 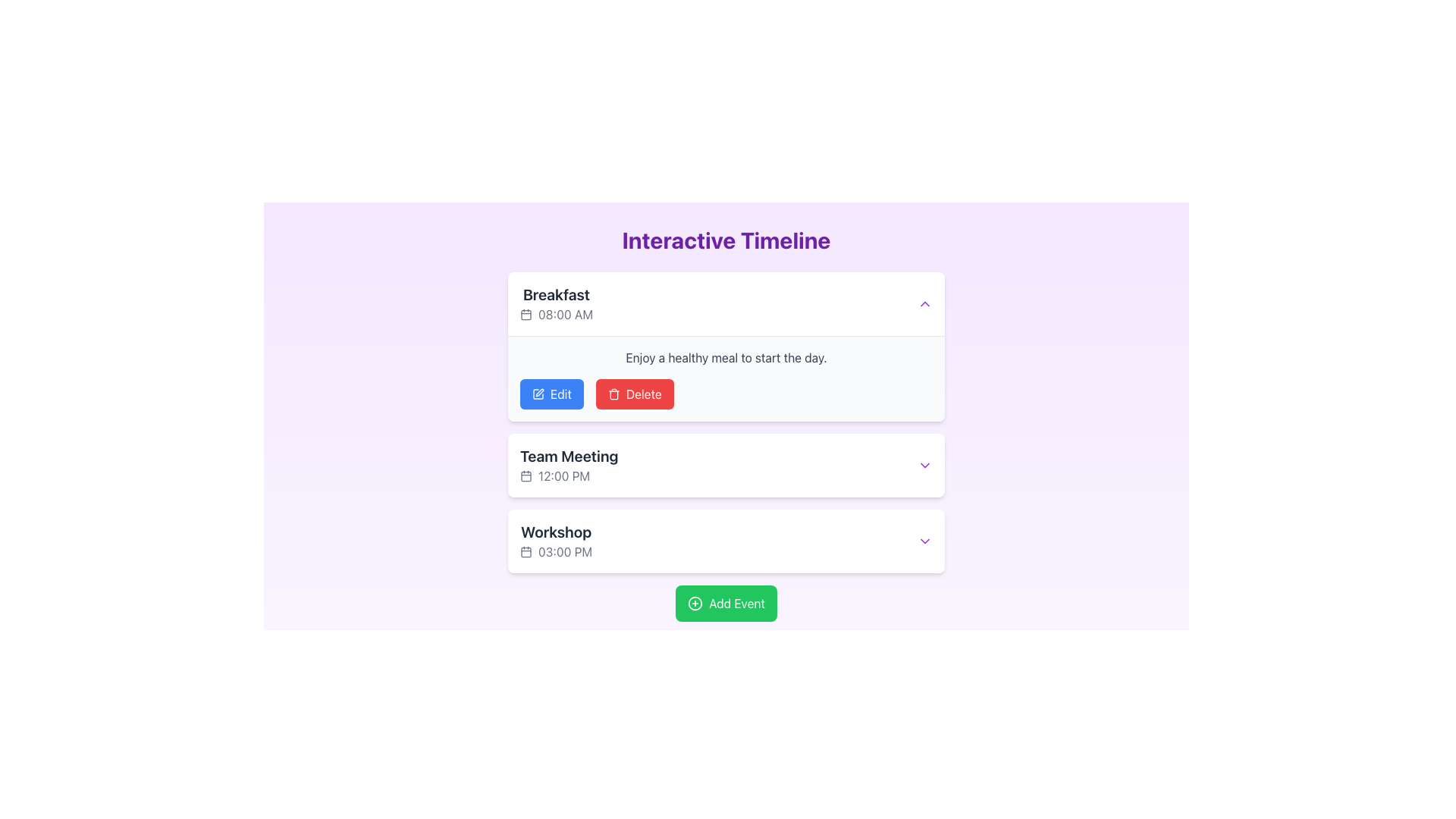 What do you see at coordinates (726, 357) in the screenshot?
I see `static text element displaying 'Enjoy a healthy meal to start the day.' located in the 'Breakfast' event entry block, positioned above the 'Edit' and 'Delete' buttons` at bounding box center [726, 357].